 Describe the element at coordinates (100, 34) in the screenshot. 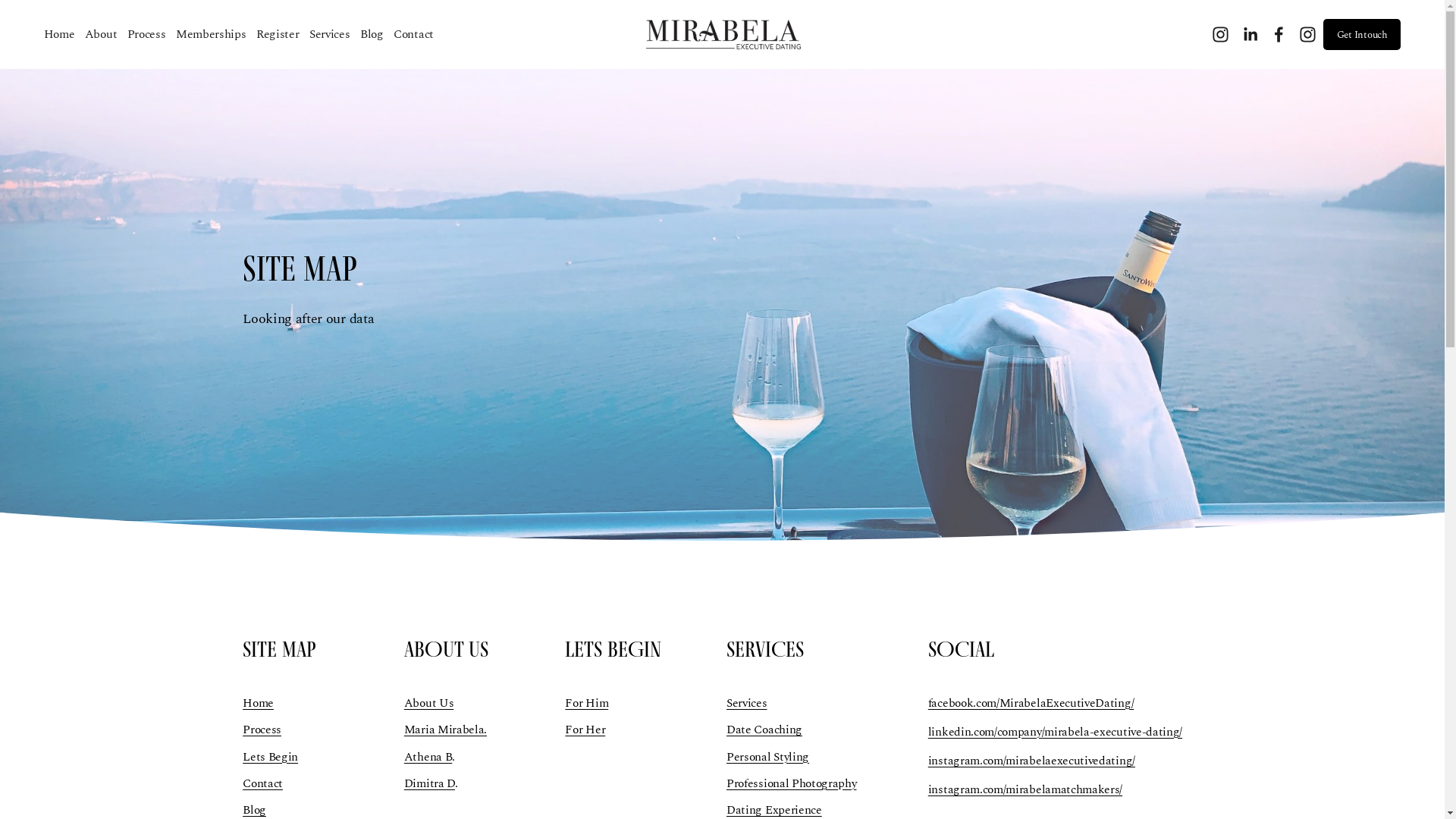

I see `'About'` at that location.